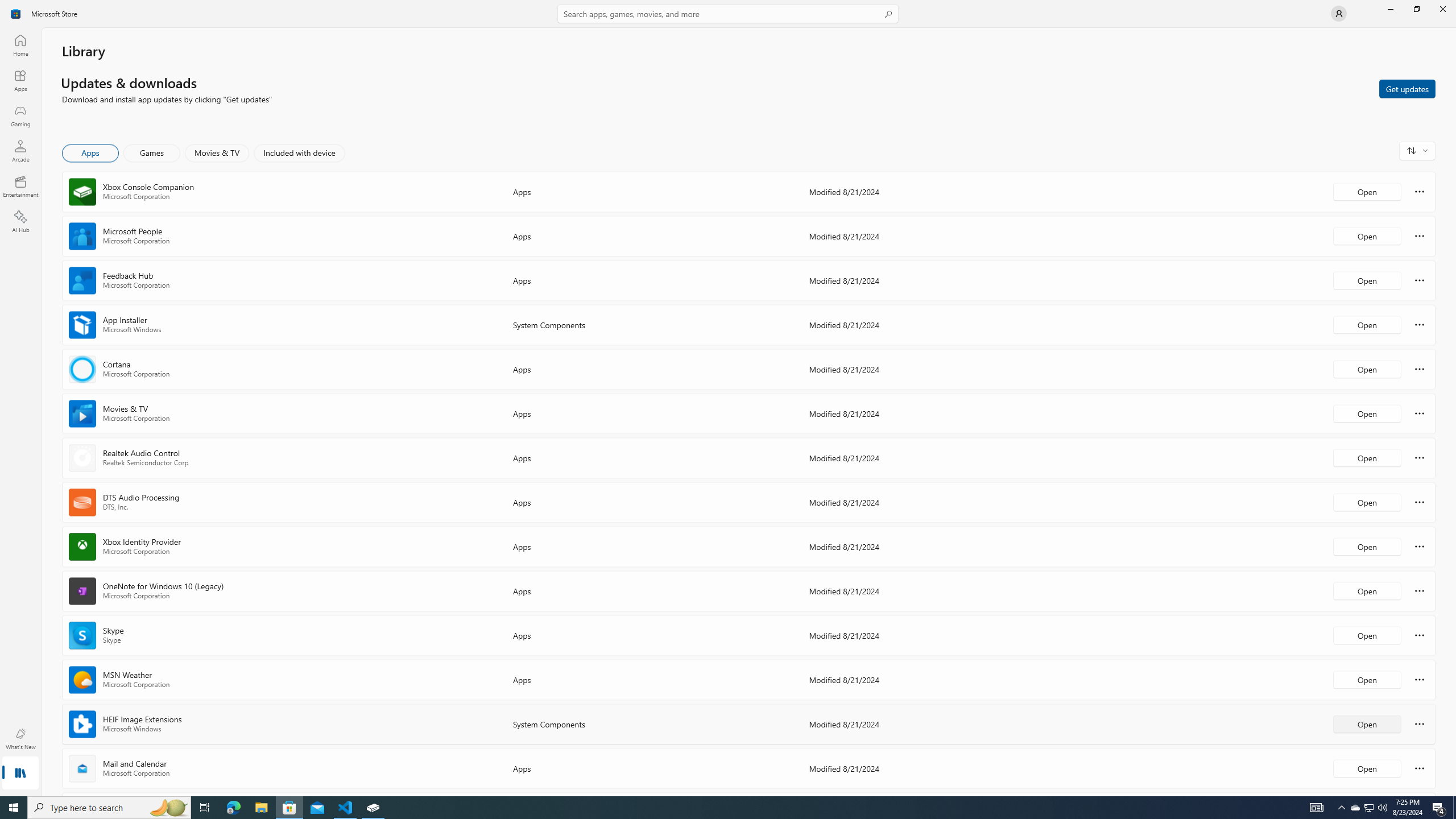  What do you see at coordinates (1407, 88) in the screenshot?
I see `'Get updates'` at bounding box center [1407, 88].